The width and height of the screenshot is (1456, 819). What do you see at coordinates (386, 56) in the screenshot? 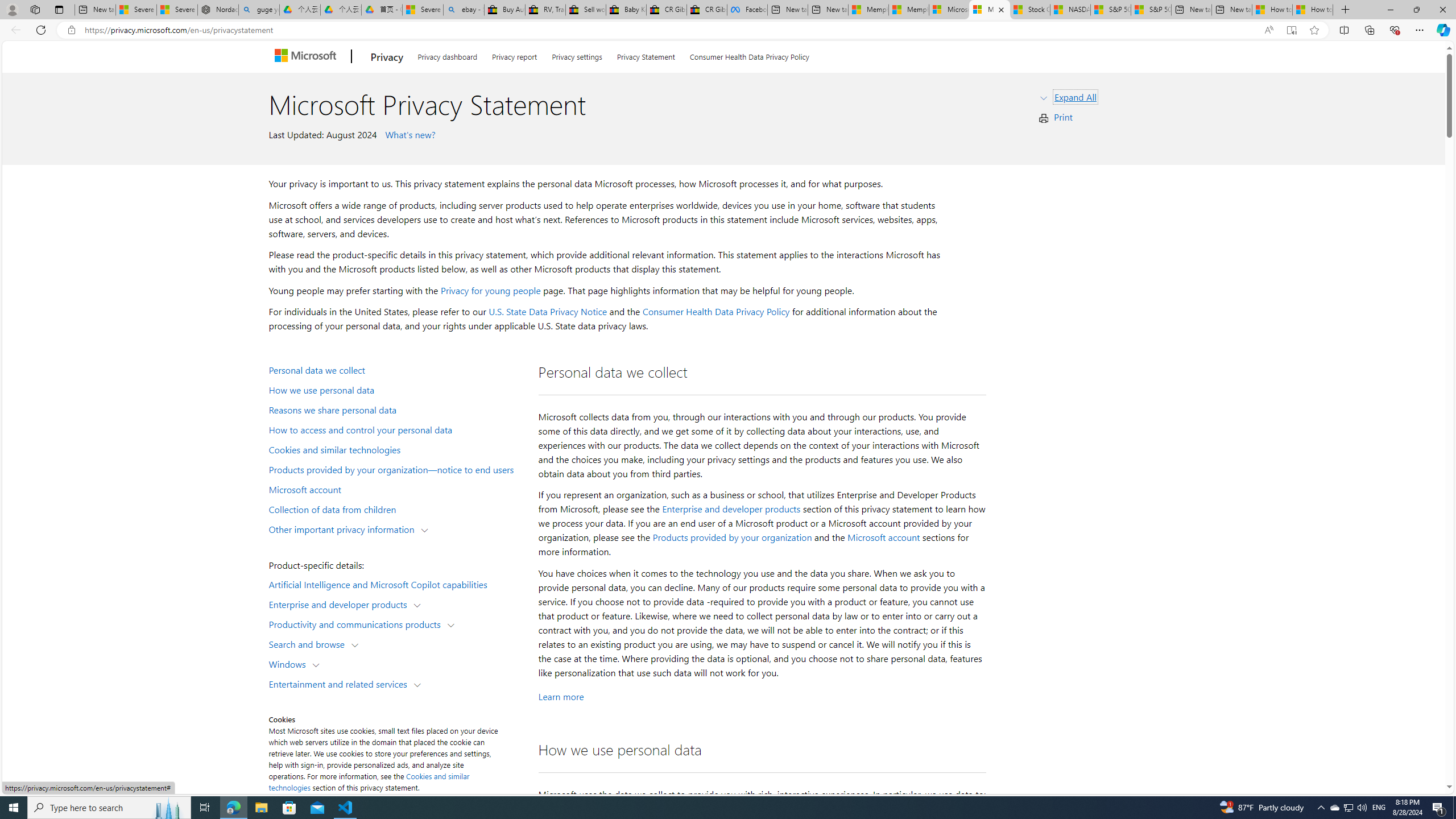
I see `'Privacy'` at bounding box center [386, 56].